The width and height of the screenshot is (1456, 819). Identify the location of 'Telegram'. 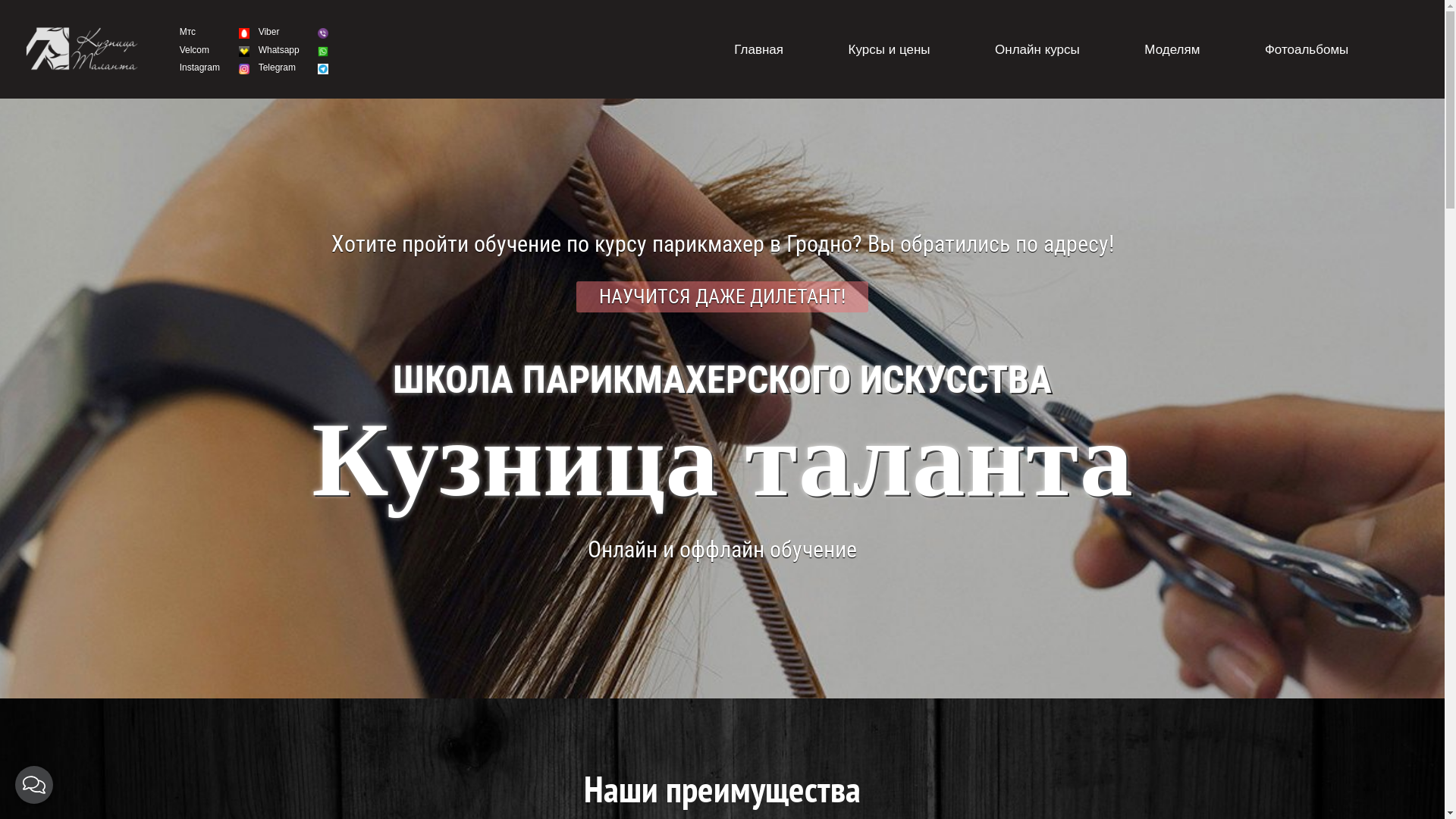
(277, 66).